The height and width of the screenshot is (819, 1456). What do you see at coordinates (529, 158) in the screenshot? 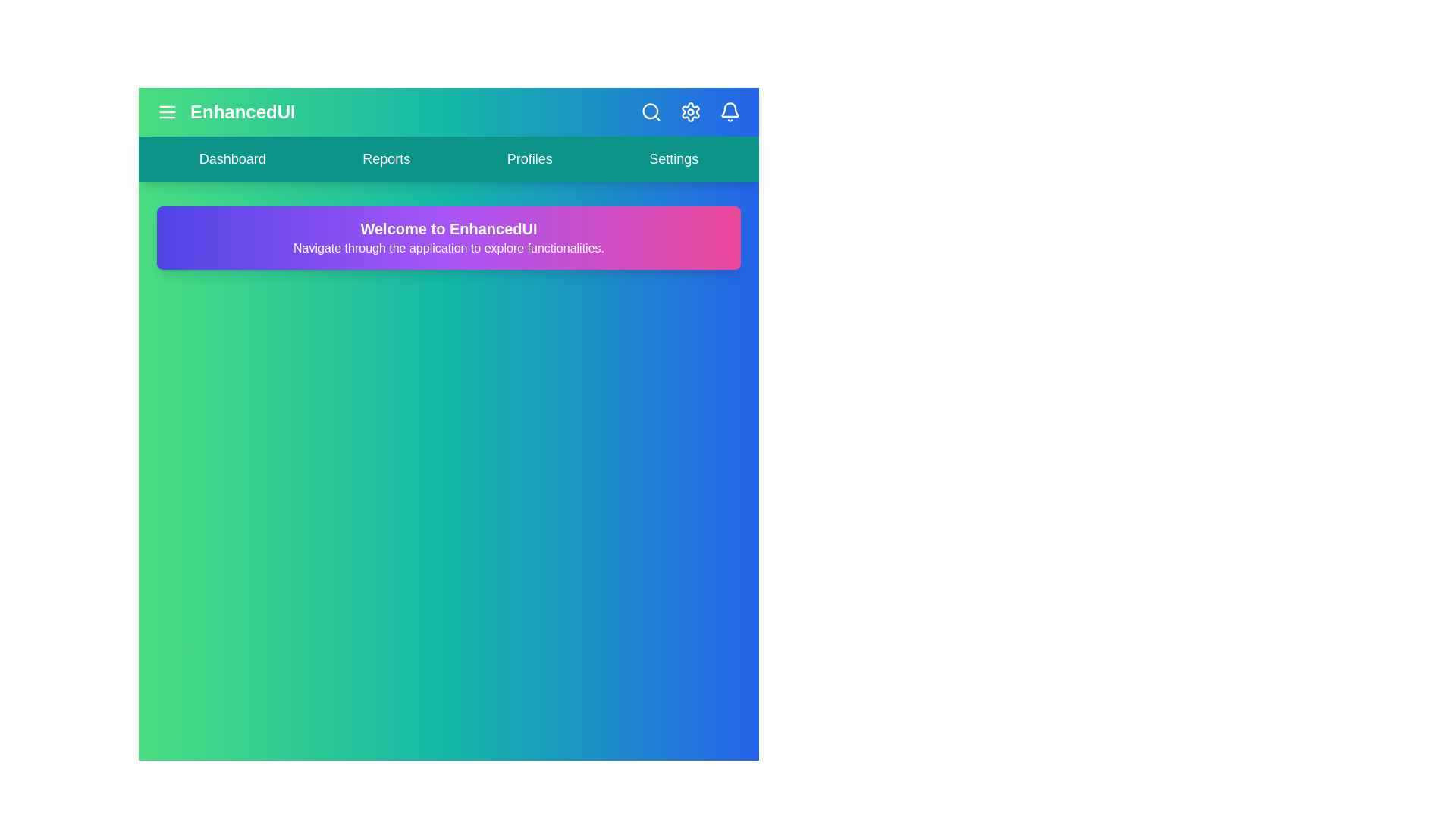
I see `the navigation link labeled 'Profiles' to preview its hover effect` at bounding box center [529, 158].